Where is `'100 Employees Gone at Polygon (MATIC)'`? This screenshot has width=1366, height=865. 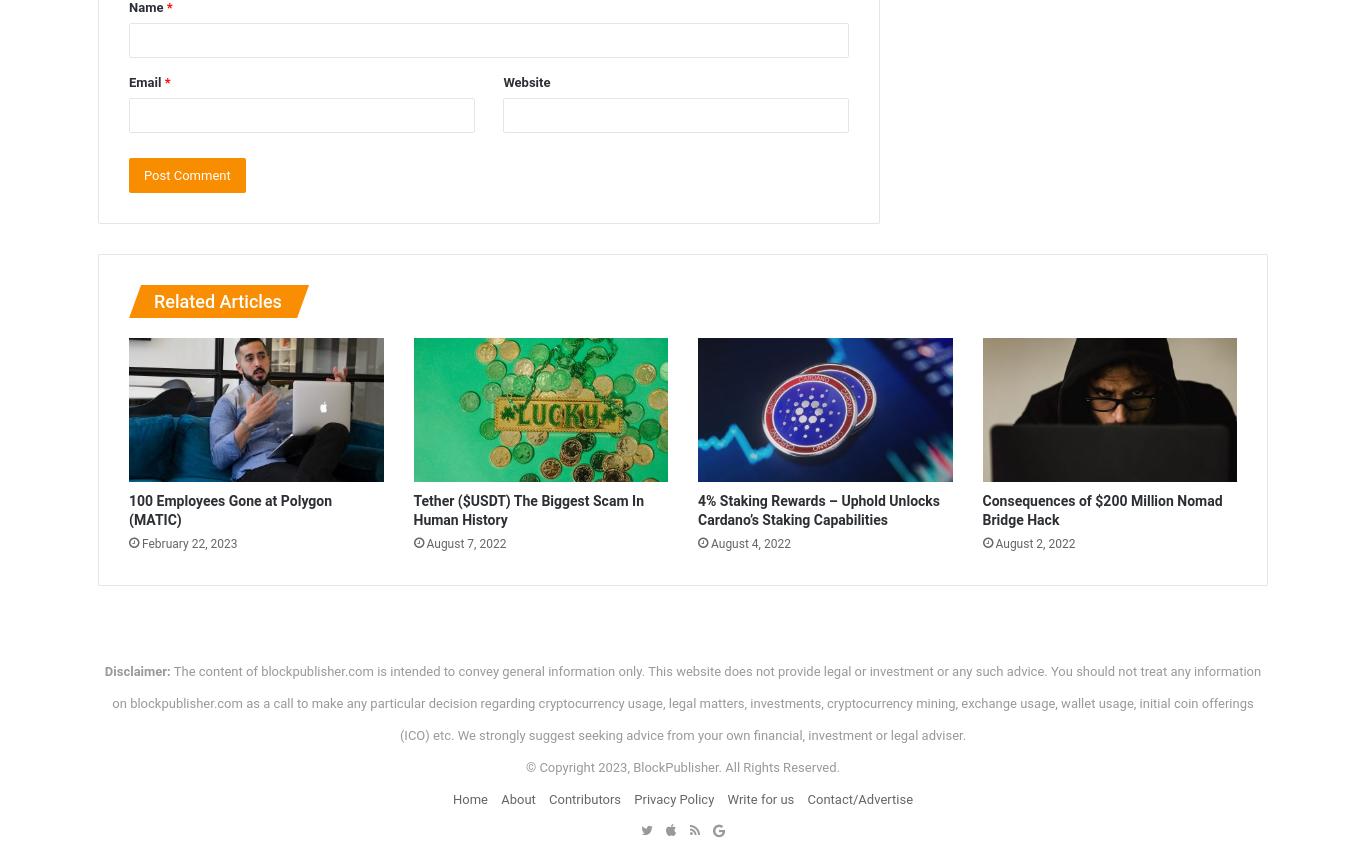 '100 Employees Gone at Polygon (MATIC)' is located at coordinates (230, 508).